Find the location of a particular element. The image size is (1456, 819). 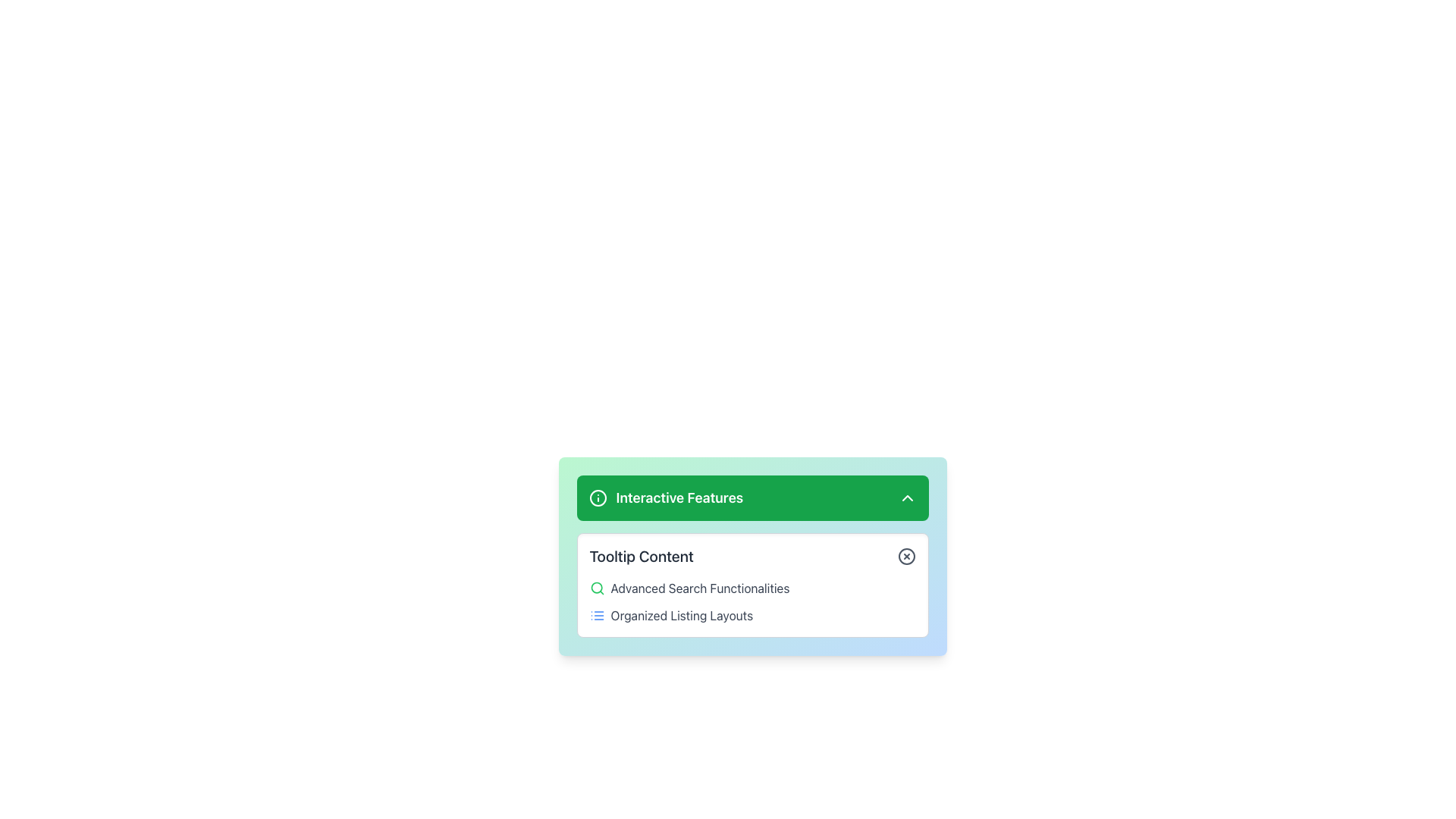

the search indicator icon located to the left of 'Advanced Search Functionalities' in the 'Tooltip Content' section is located at coordinates (596, 587).